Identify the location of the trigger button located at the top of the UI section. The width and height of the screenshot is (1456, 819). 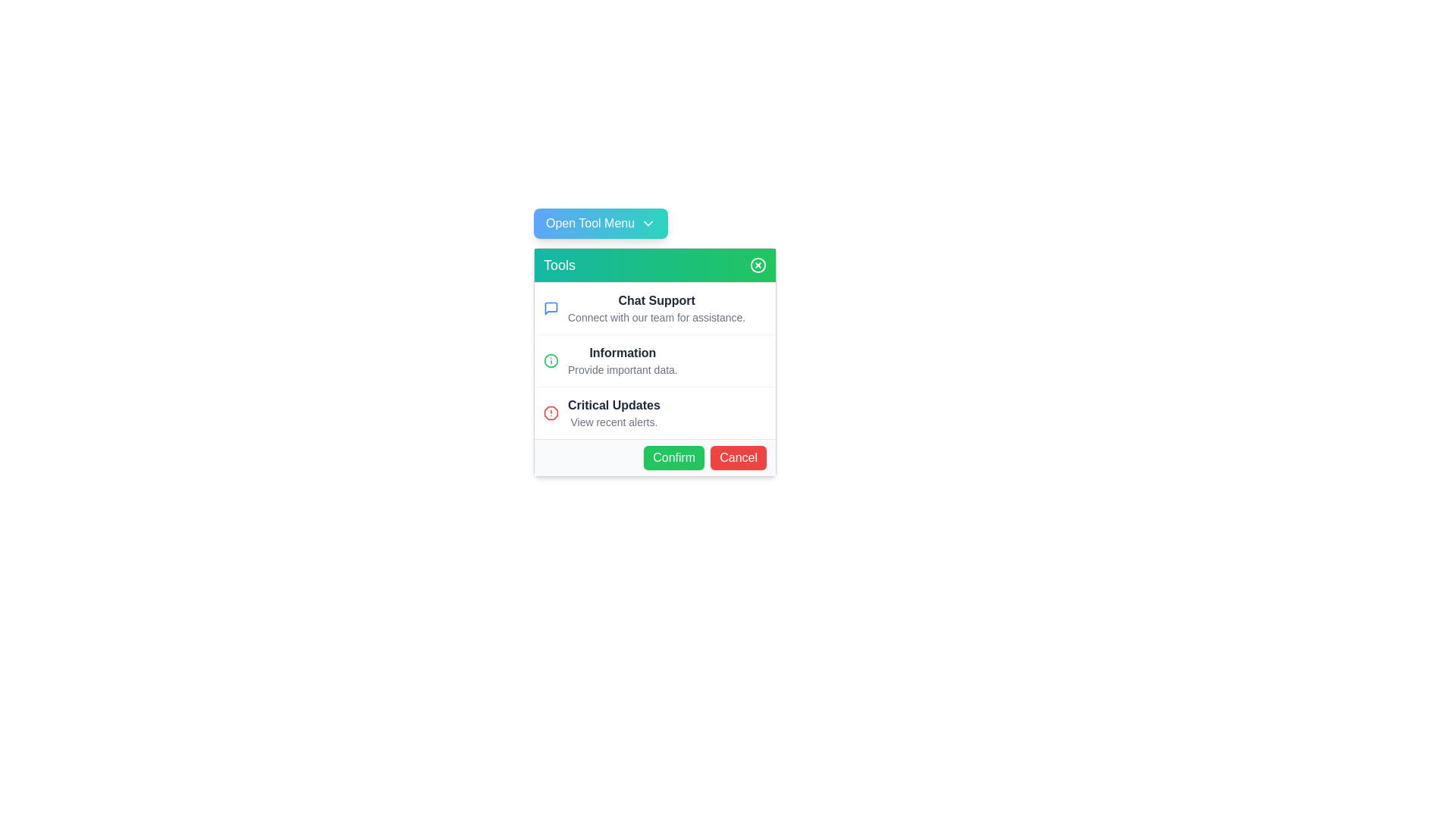
(600, 223).